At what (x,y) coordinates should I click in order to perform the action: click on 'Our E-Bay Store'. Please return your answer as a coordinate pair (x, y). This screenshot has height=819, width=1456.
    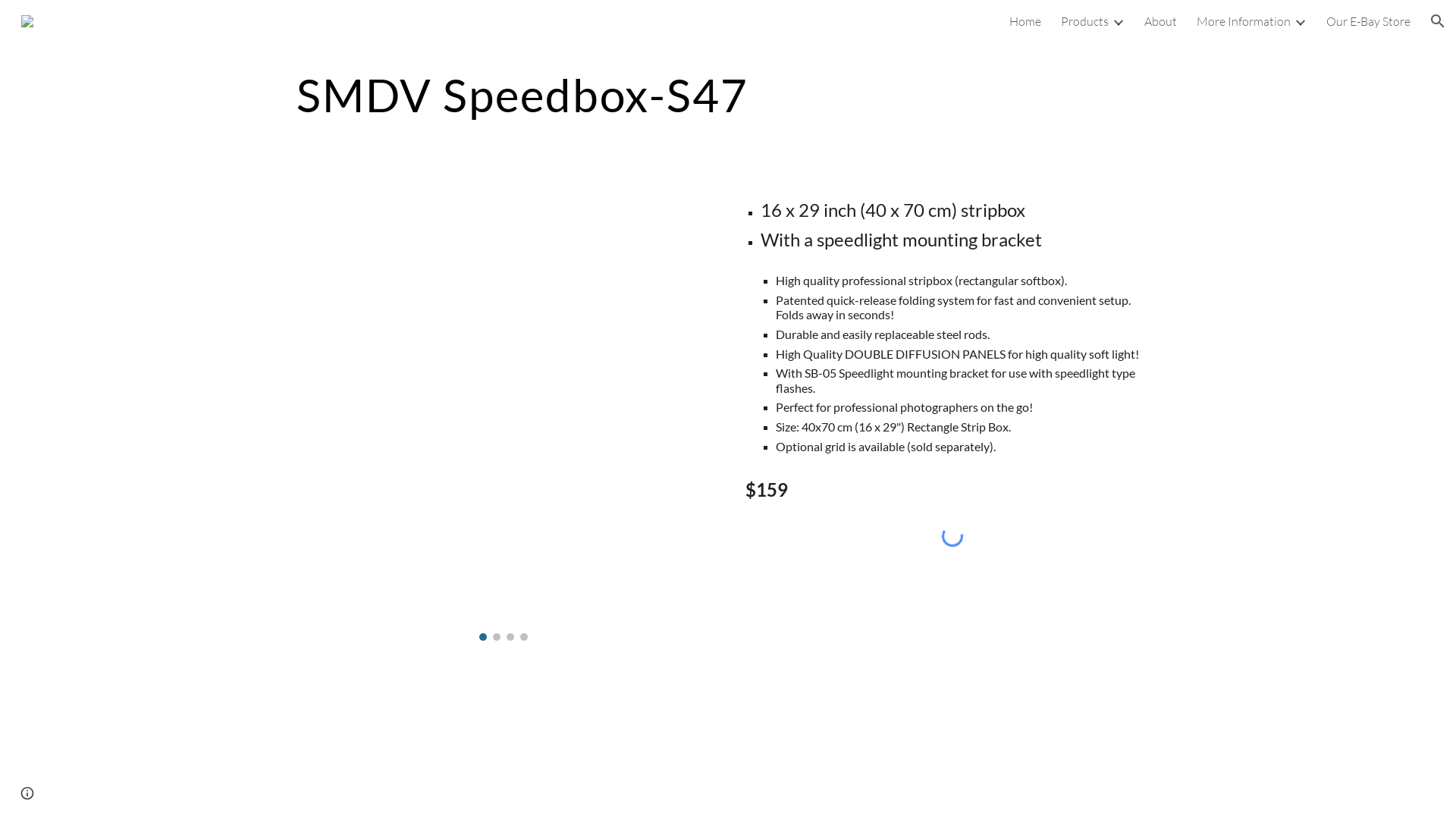
    Looking at the image, I should click on (1368, 20).